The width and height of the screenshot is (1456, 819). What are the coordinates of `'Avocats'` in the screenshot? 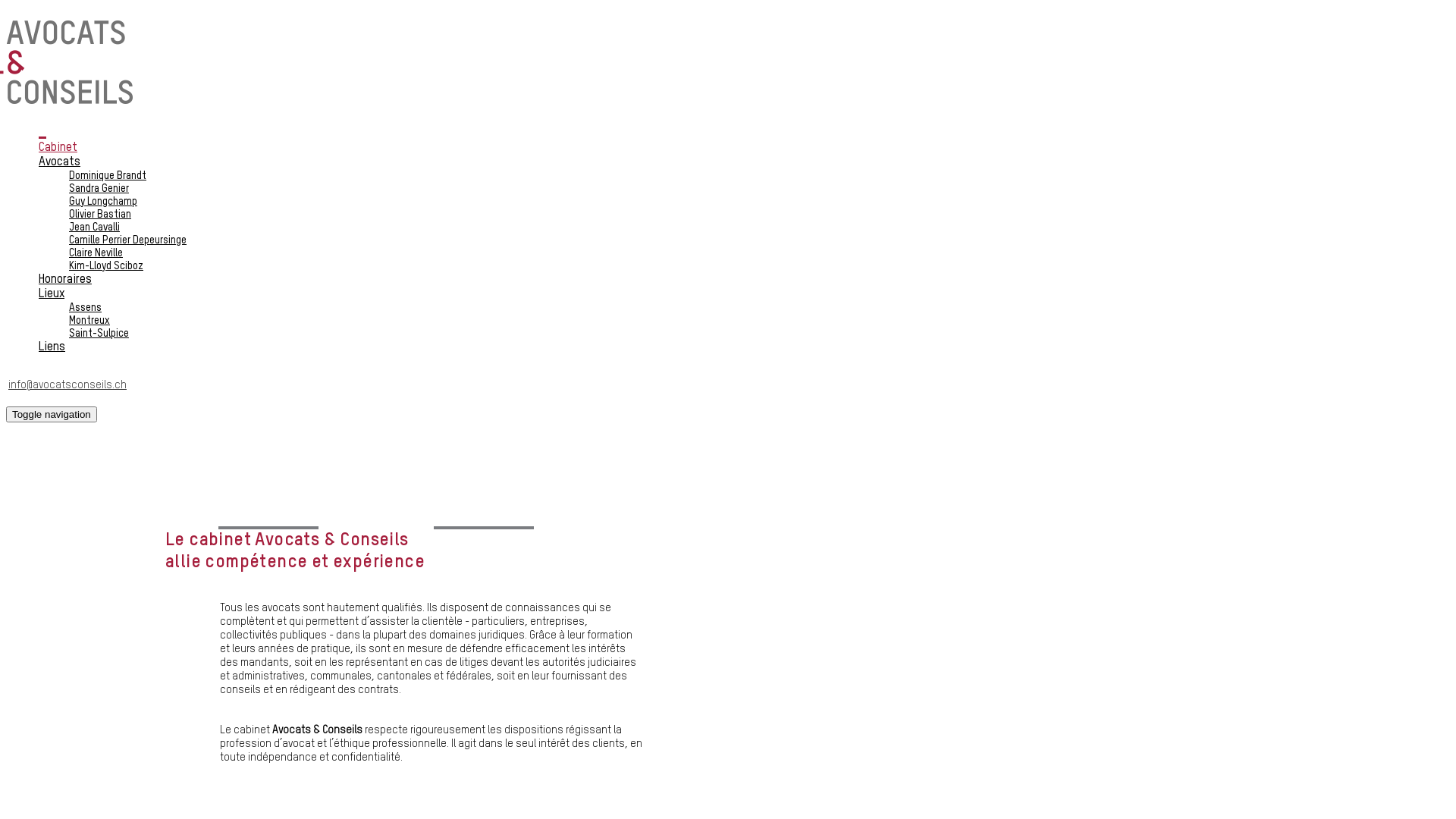 It's located at (36, 162).